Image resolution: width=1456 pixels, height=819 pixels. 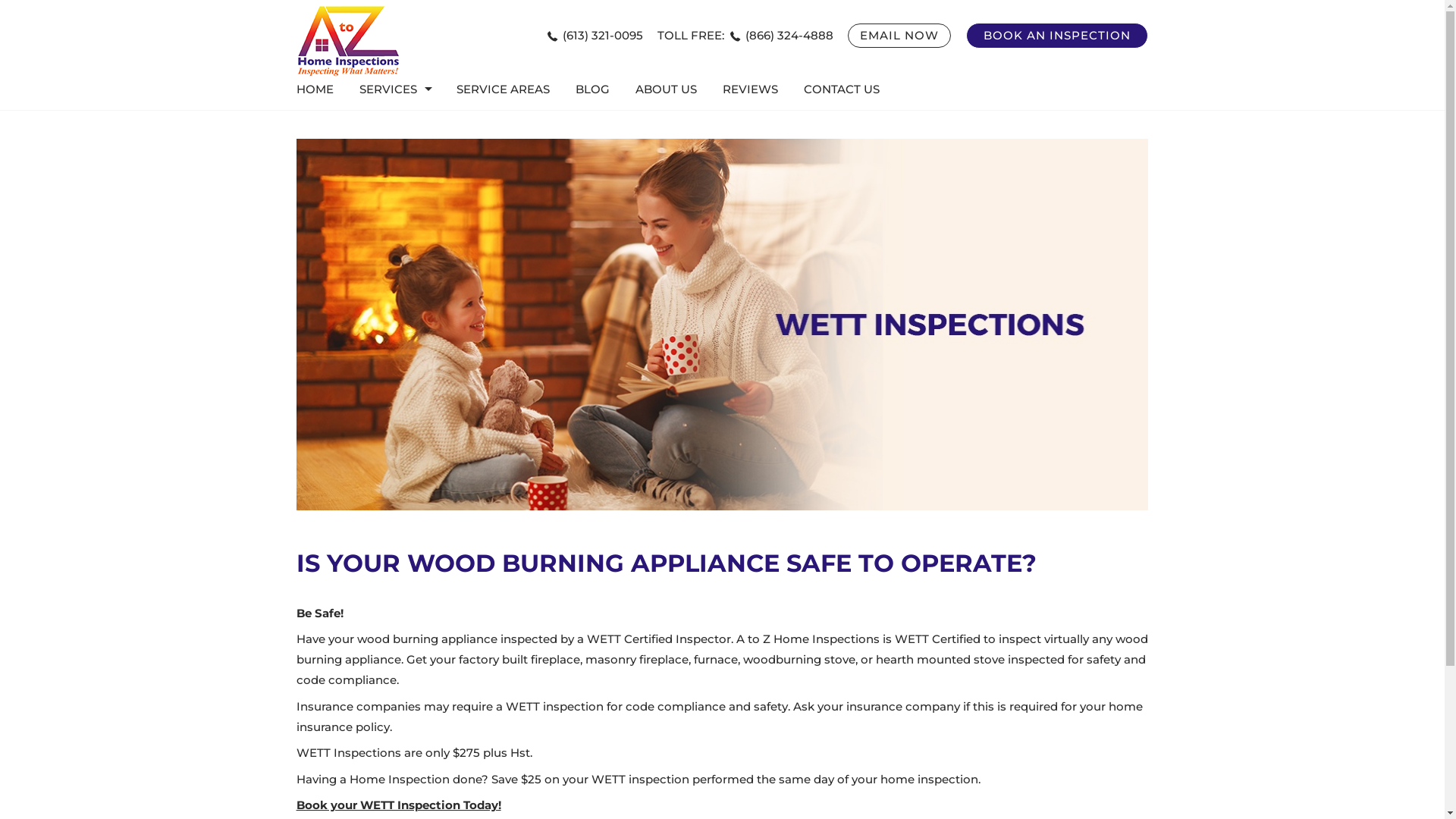 What do you see at coordinates (782, 34) in the screenshot?
I see `'(866) 324-4888'` at bounding box center [782, 34].